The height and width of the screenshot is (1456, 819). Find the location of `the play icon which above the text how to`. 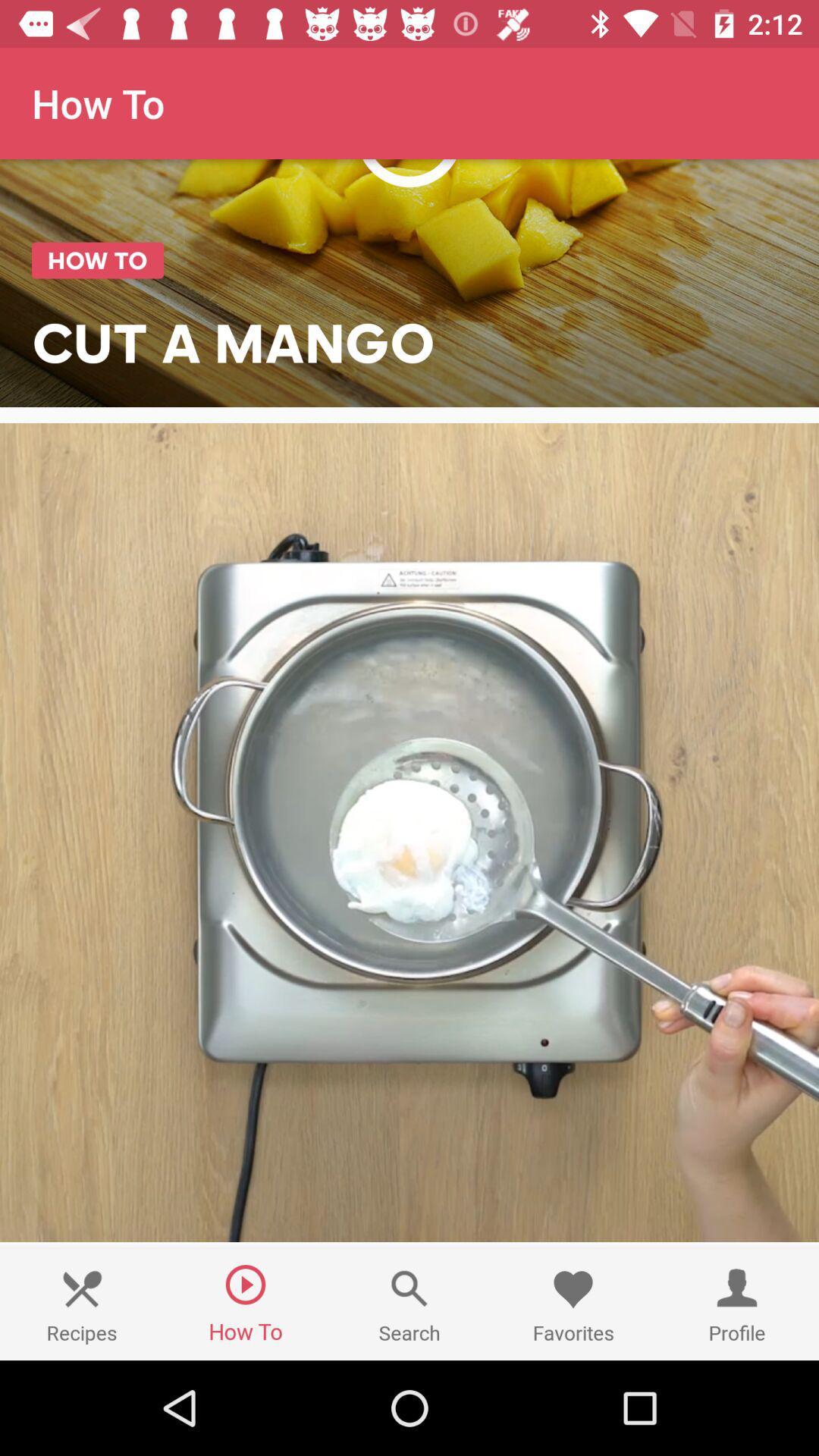

the play icon which above the text how to is located at coordinates (245, 1284).